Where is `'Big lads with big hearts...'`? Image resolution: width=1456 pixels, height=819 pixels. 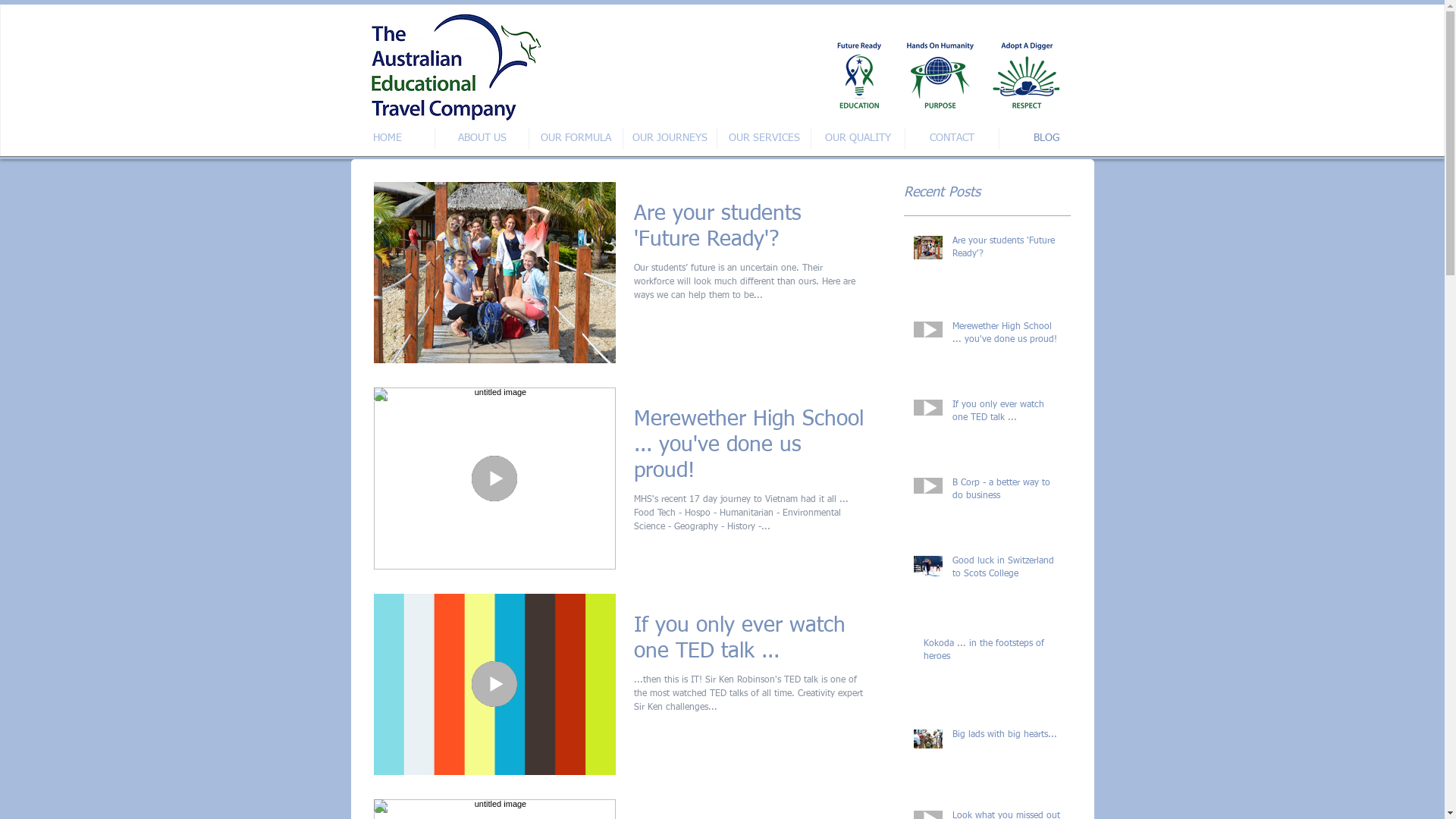 'Big lads with big hearts...' is located at coordinates (952, 737).